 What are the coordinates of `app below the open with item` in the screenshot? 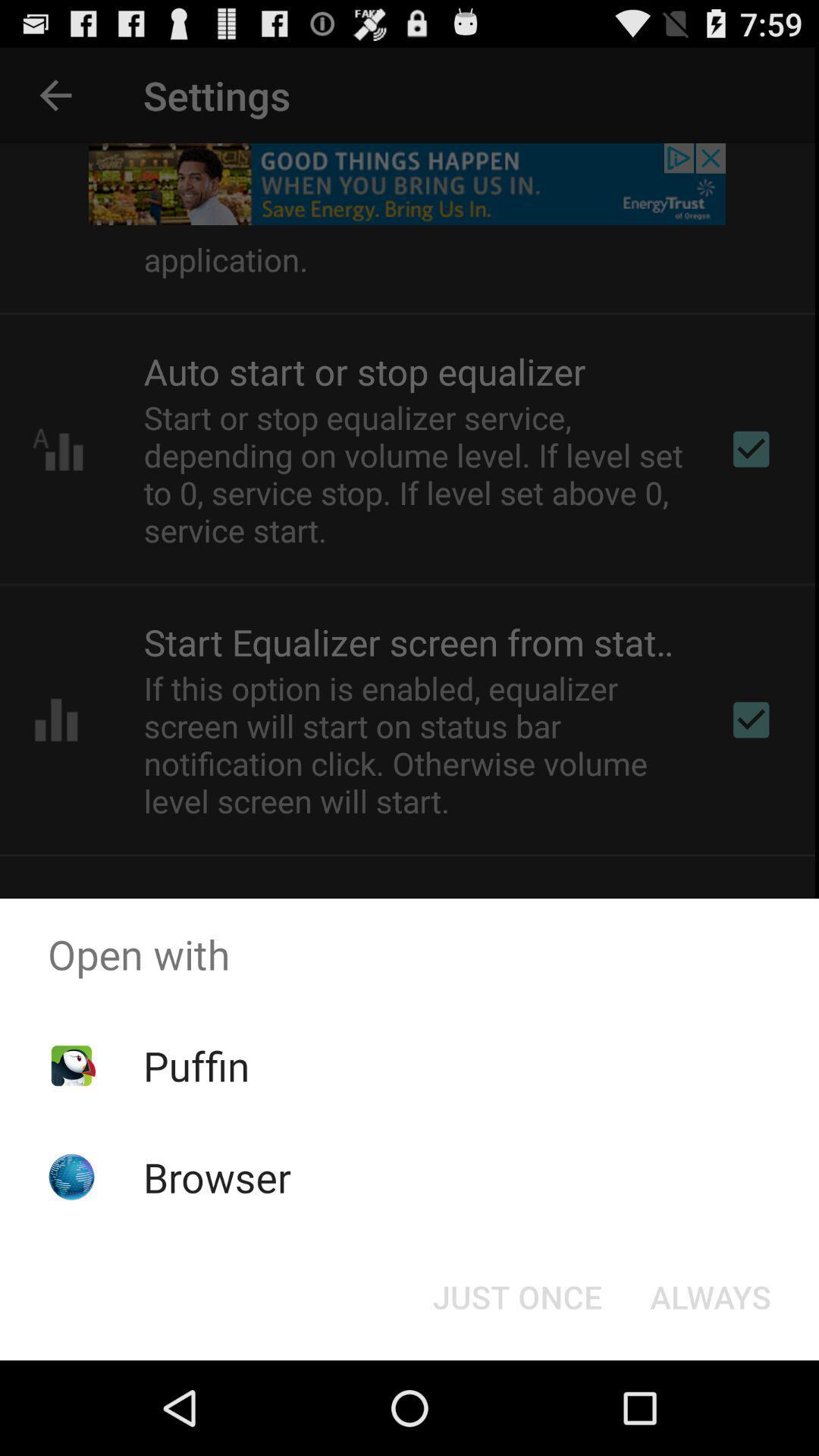 It's located at (196, 1065).